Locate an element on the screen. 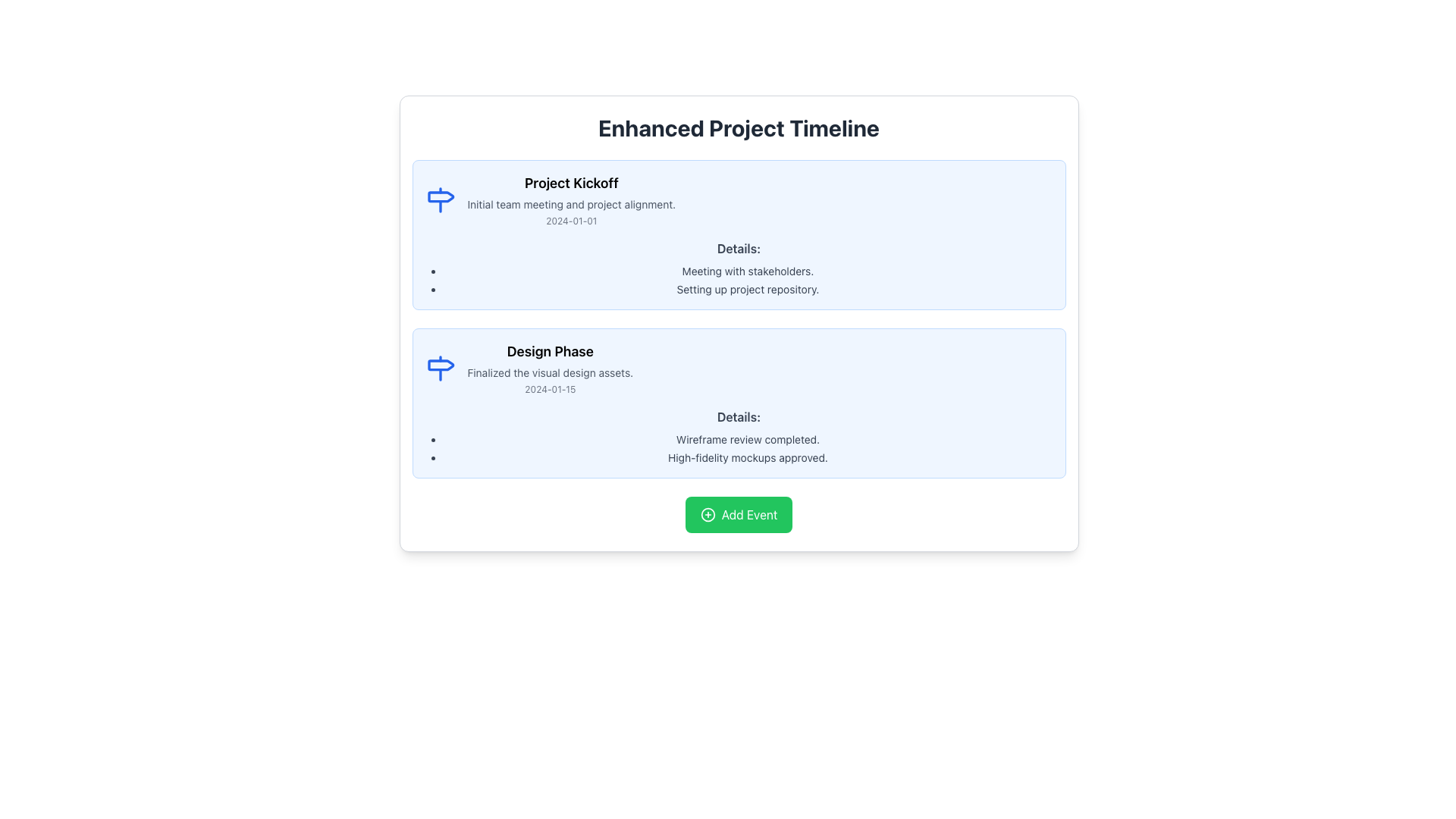 This screenshot has width=1456, height=819. the Text Label indicating the 'Design Phase' section, which is positioned directly below the section title with no sibling elements preceding it is located at coordinates (739, 417).